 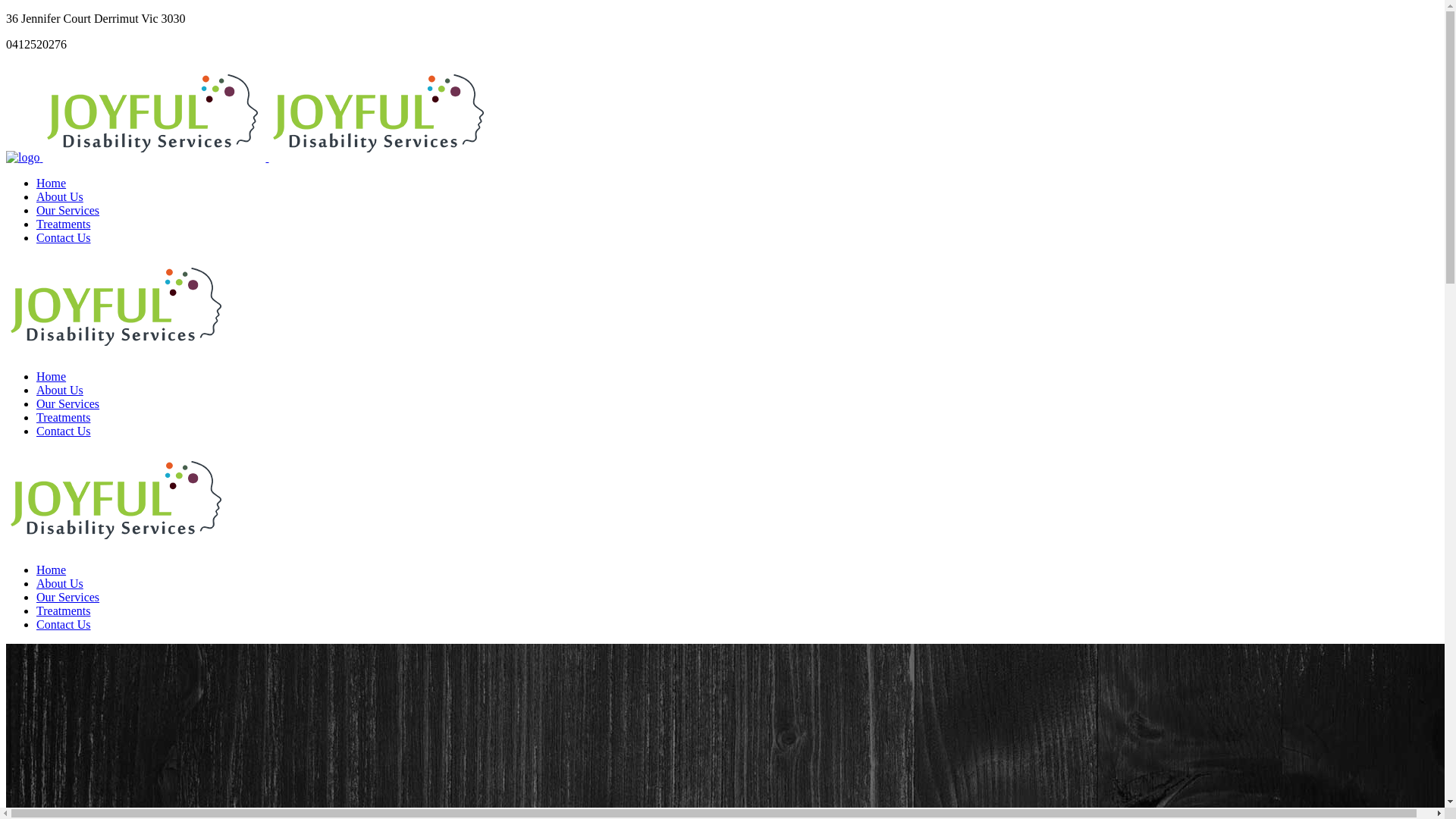 I want to click on 'Our Services', so click(x=67, y=210).